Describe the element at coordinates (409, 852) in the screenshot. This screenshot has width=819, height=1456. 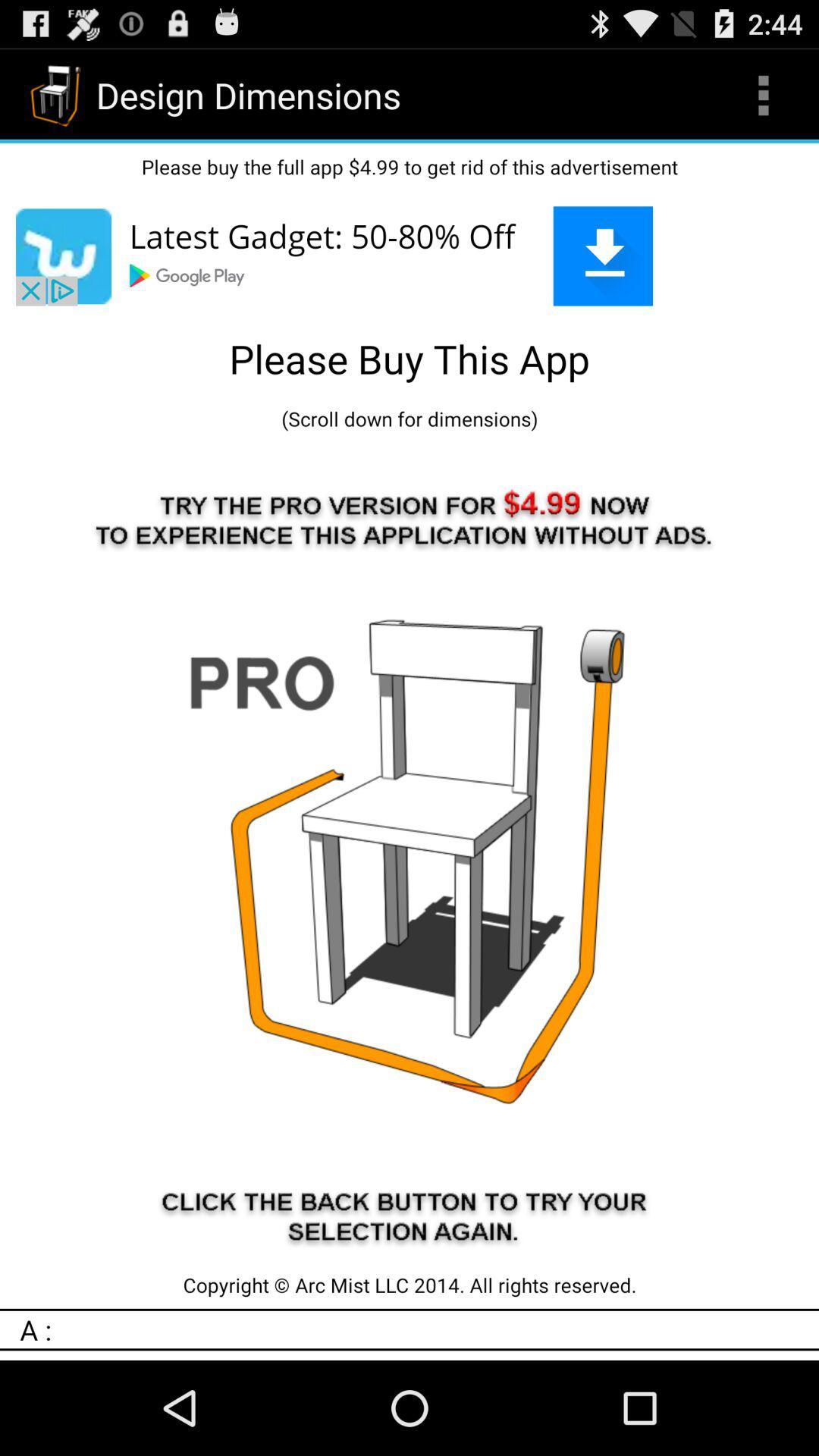
I see `the app above the copyright arc mist icon` at that location.